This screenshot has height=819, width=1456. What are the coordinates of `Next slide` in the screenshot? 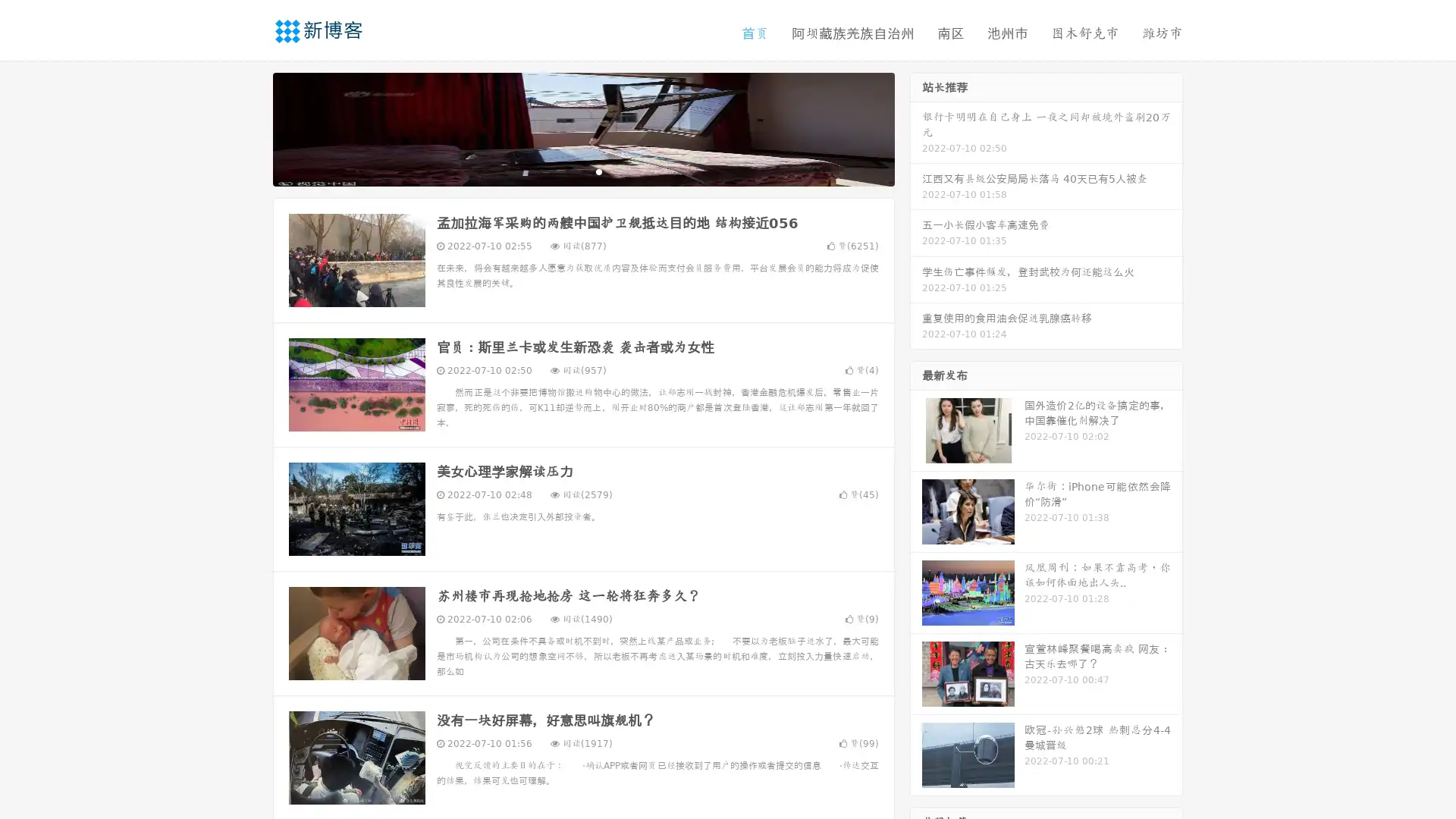 It's located at (916, 127).